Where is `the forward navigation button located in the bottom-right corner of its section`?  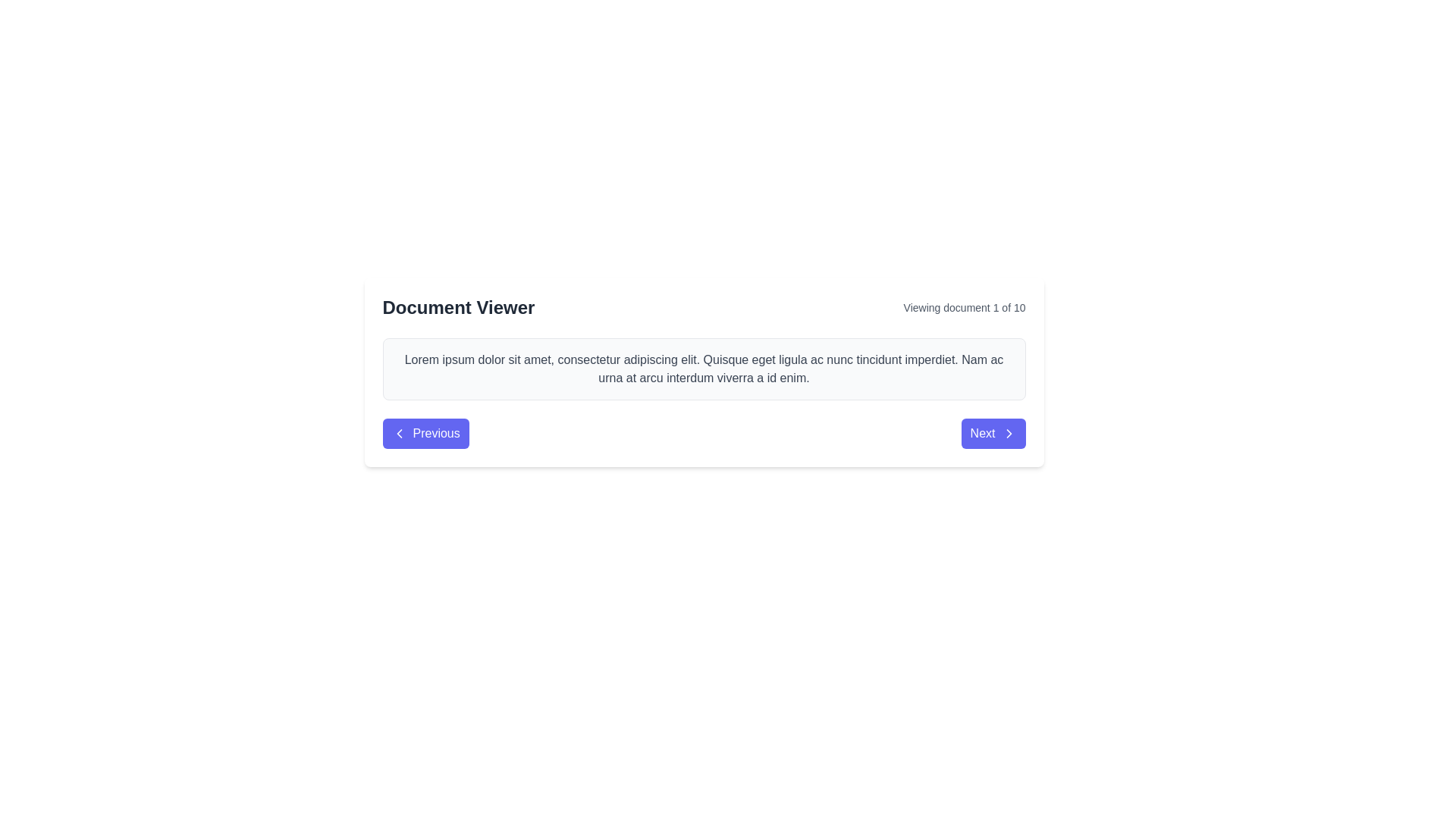 the forward navigation button located in the bottom-right corner of its section is located at coordinates (993, 433).